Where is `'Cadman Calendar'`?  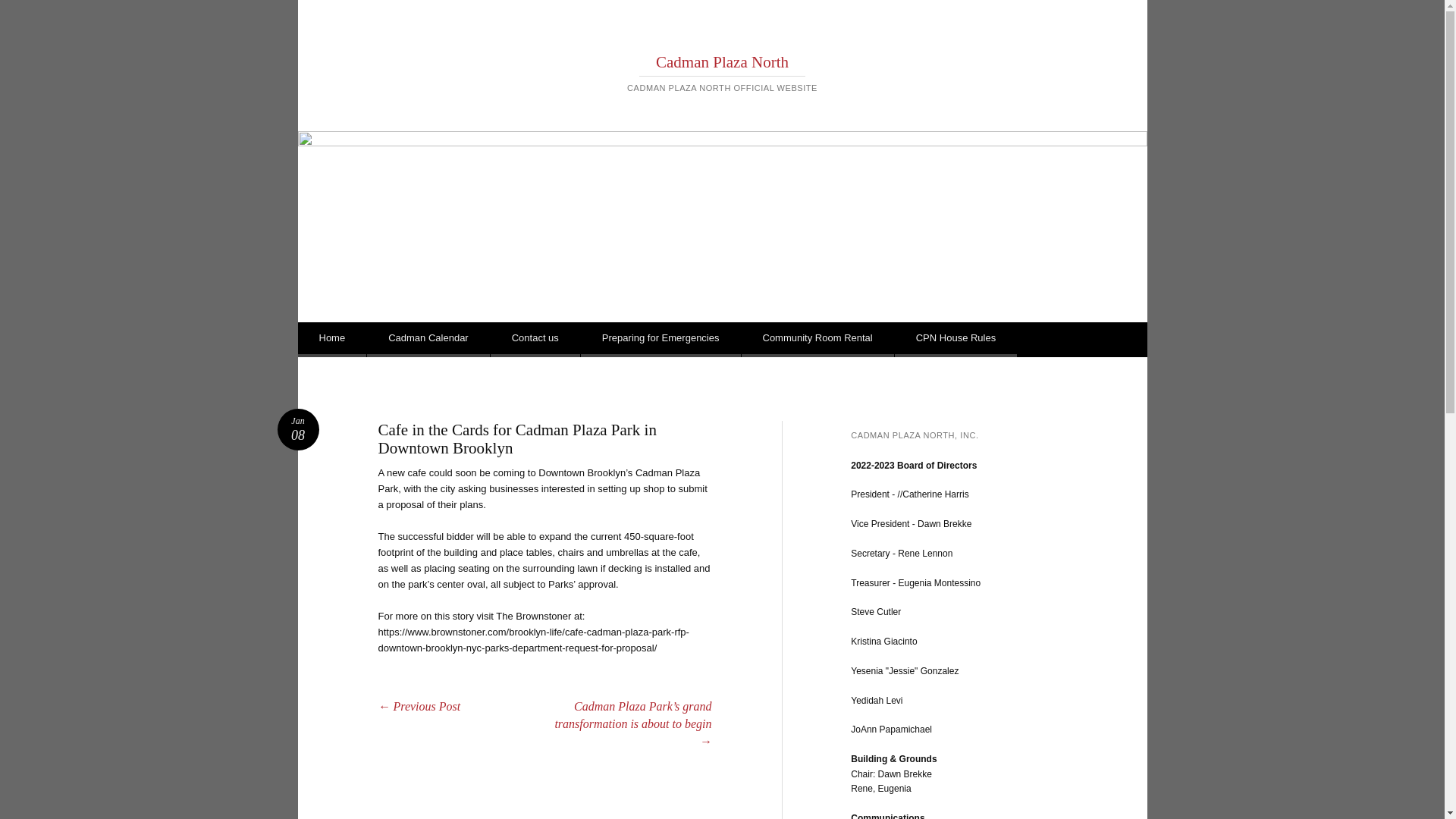
'Cadman Calendar' is located at coordinates (428, 338).